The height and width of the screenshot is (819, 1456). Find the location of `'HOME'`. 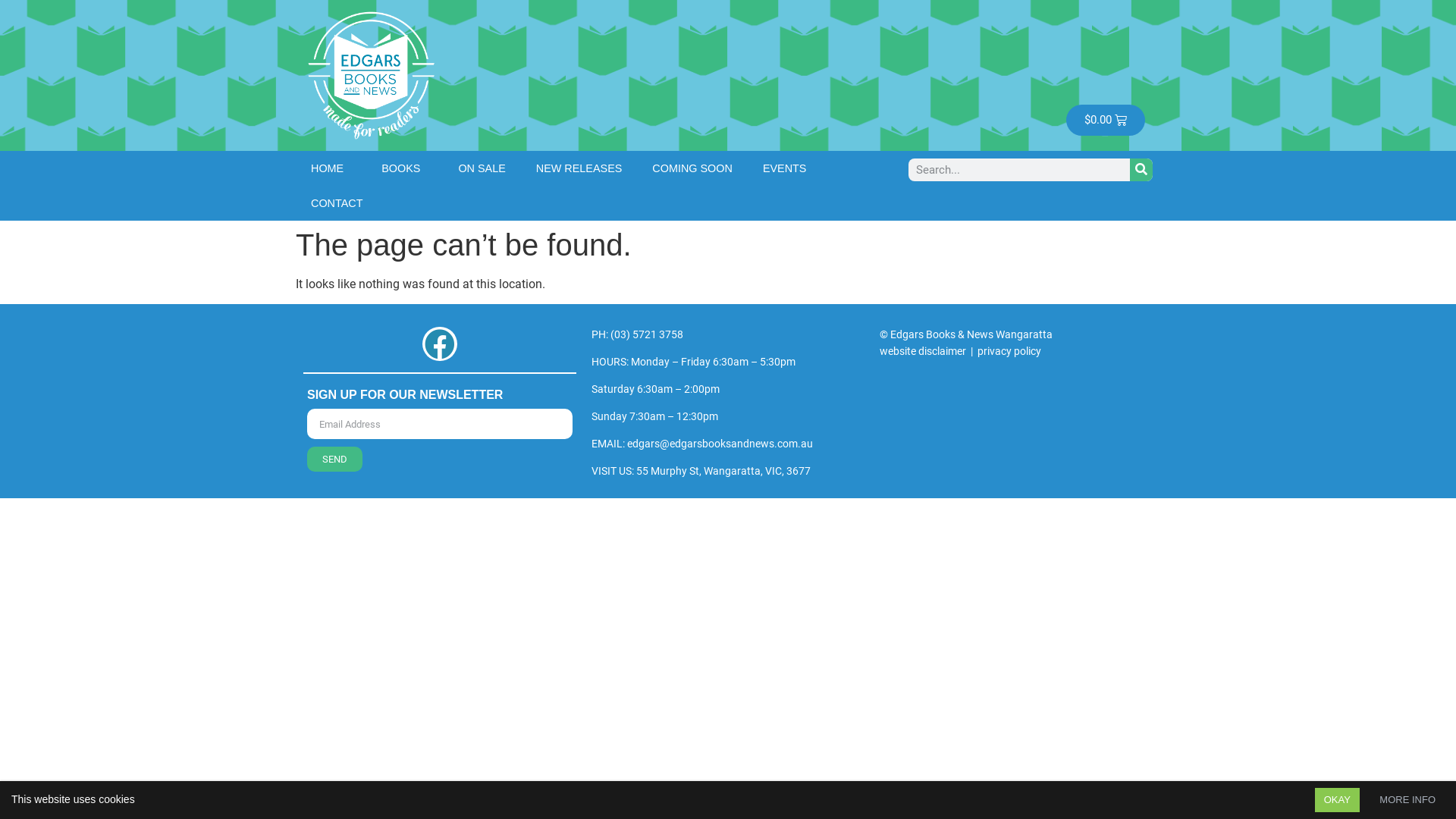

'HOME' is located at coordinates (330, 167).